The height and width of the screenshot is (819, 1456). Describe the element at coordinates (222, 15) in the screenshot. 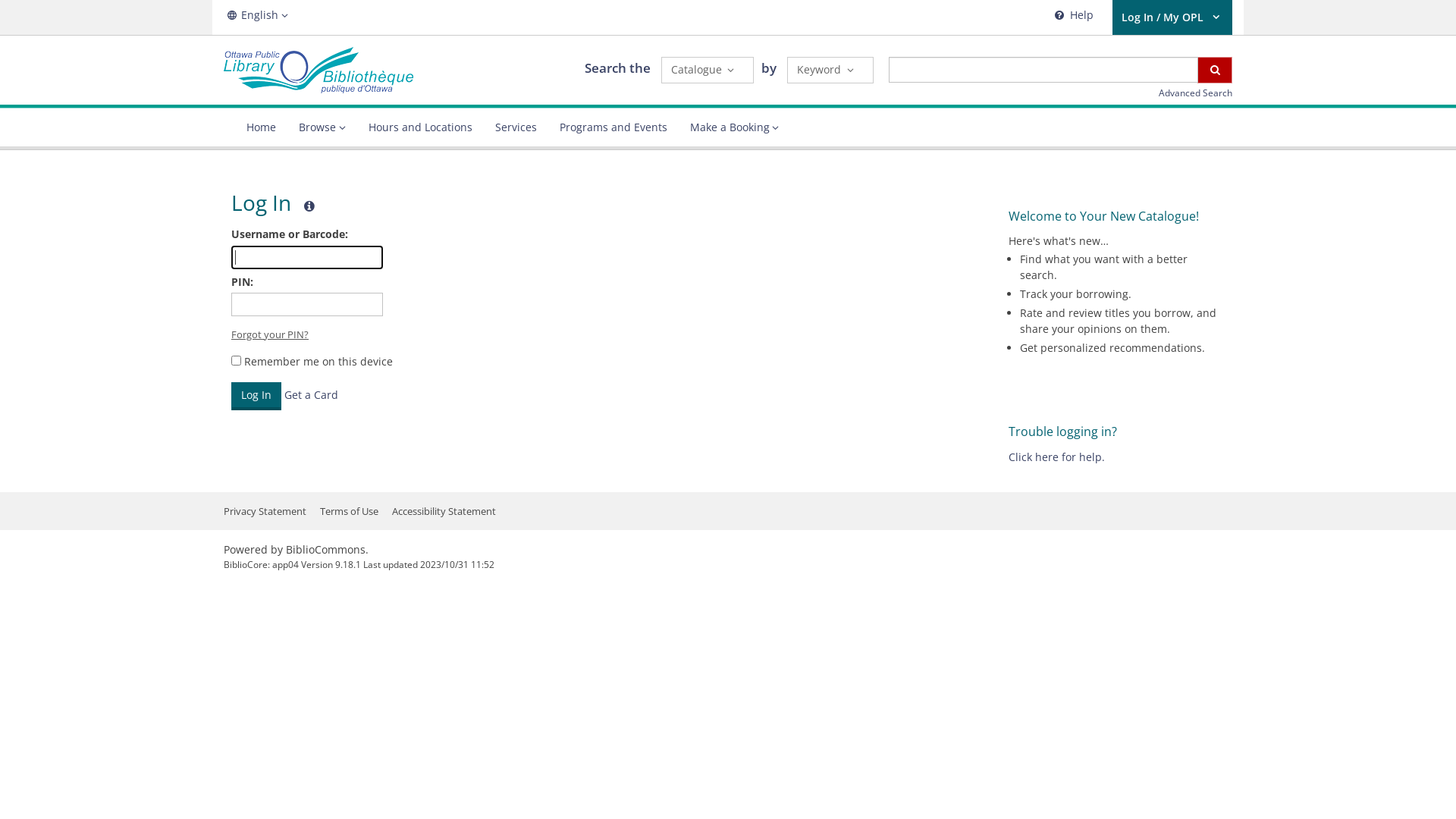

I see `'English` at that location.